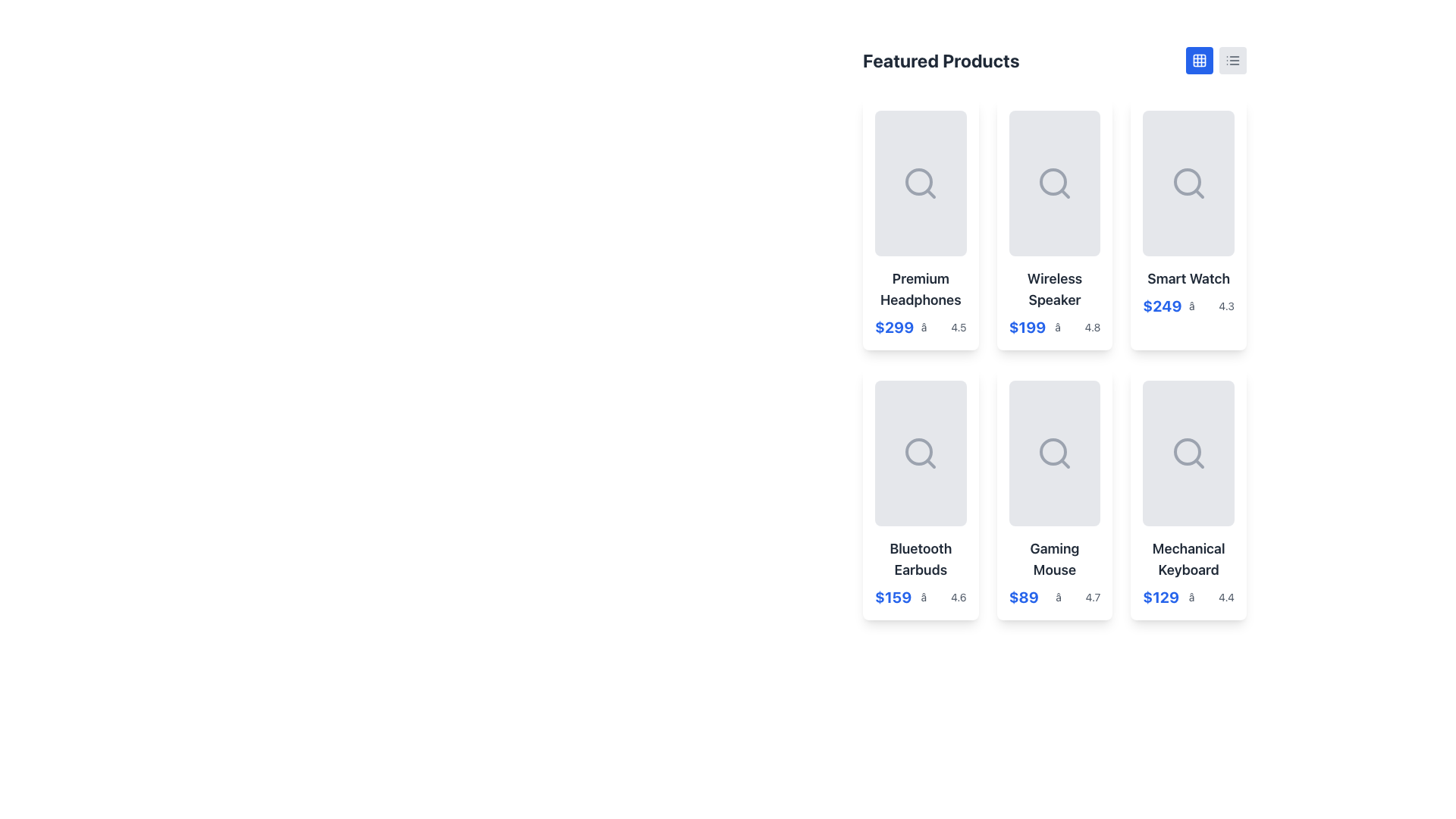 The width and height of the screenshot is (1456, 819). I want to click on the circular decorative SVG element within the magnifying glass icon, located in the bottom row of the grid layout at the right-most cell for the 'Mechanical Keyboard' product, so click(1186, 451).